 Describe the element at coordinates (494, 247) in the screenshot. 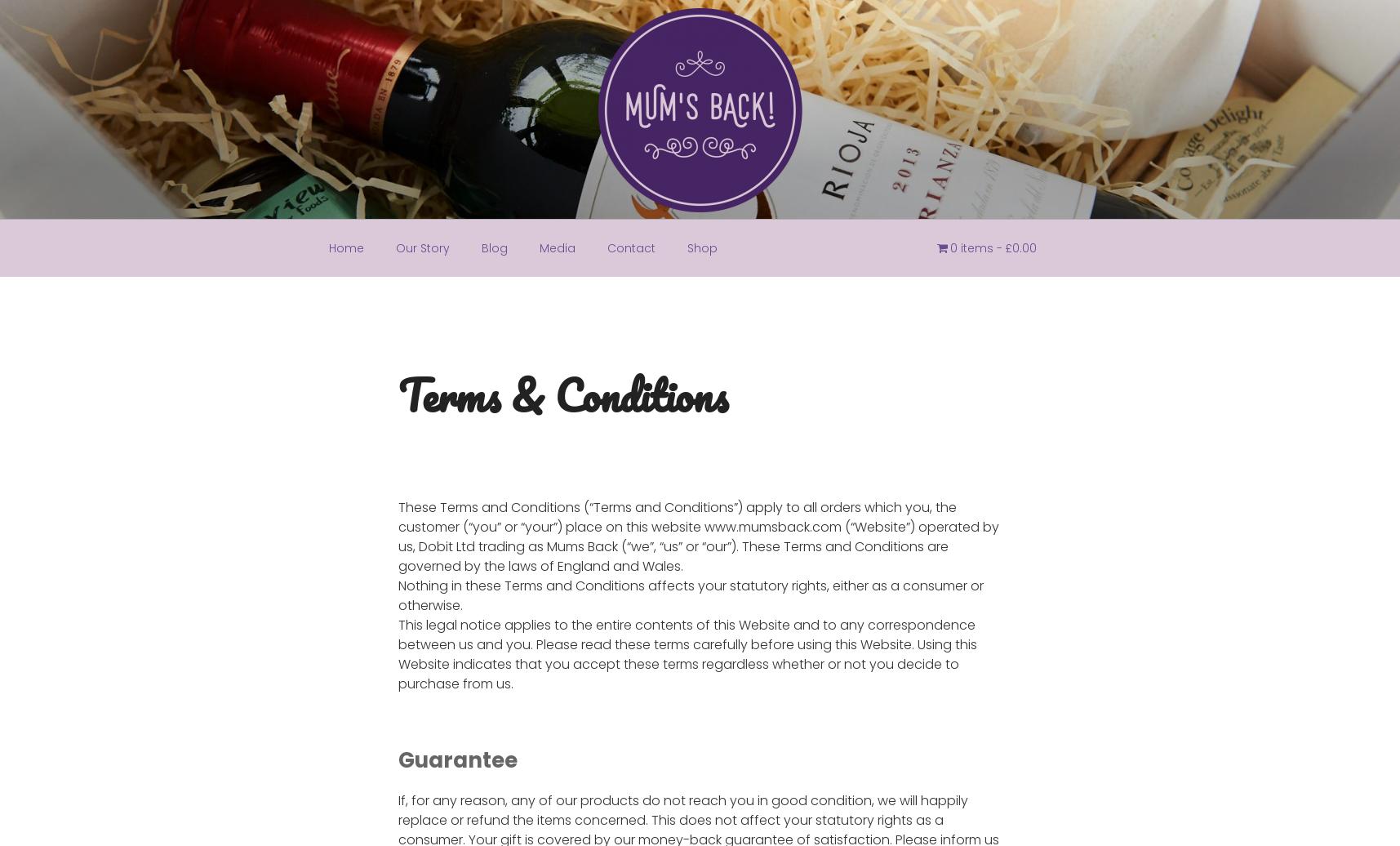

I see `'Blog'` at that location.